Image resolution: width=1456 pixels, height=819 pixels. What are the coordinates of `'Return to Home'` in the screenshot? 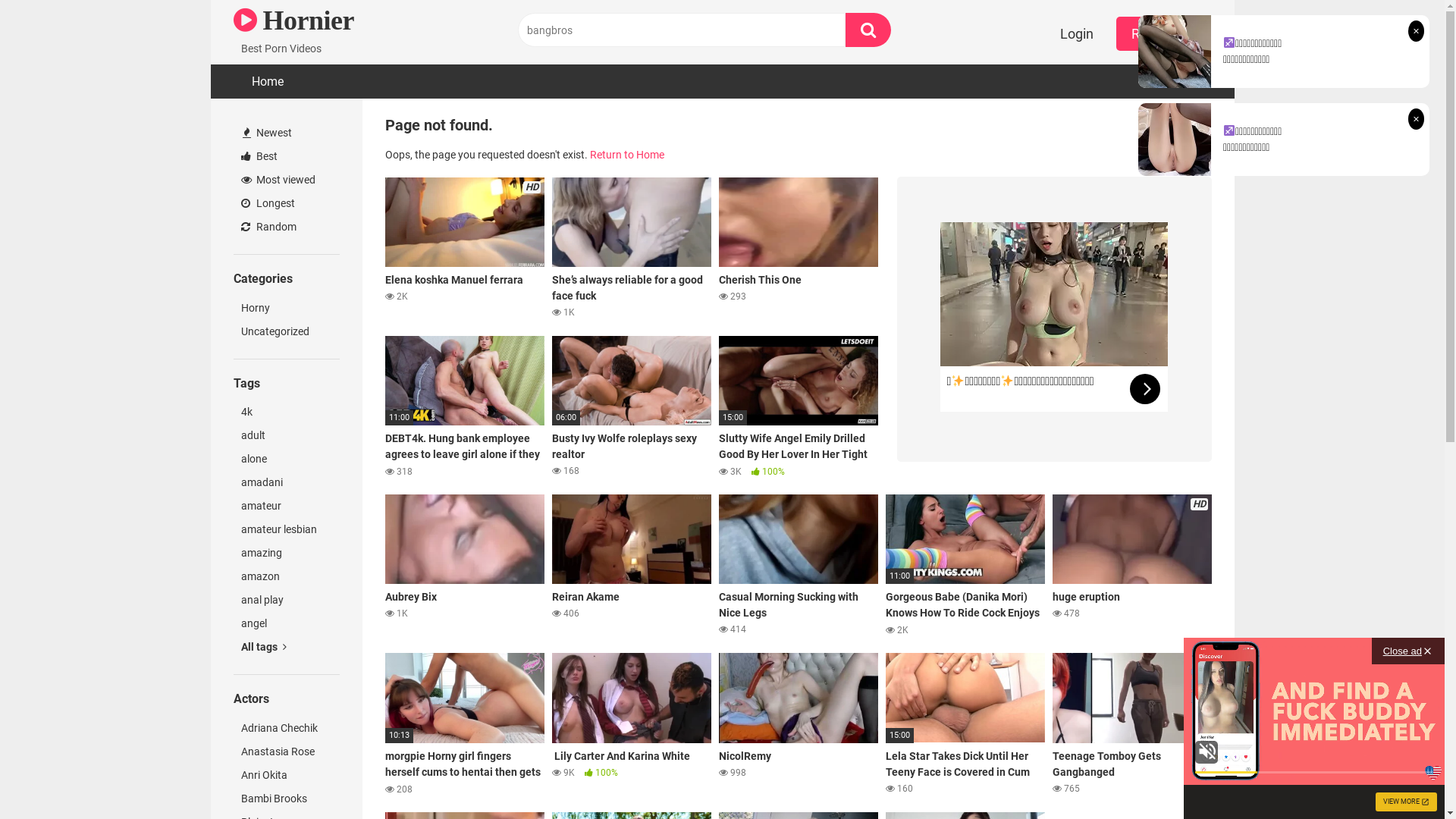 It's located at (626, 155).